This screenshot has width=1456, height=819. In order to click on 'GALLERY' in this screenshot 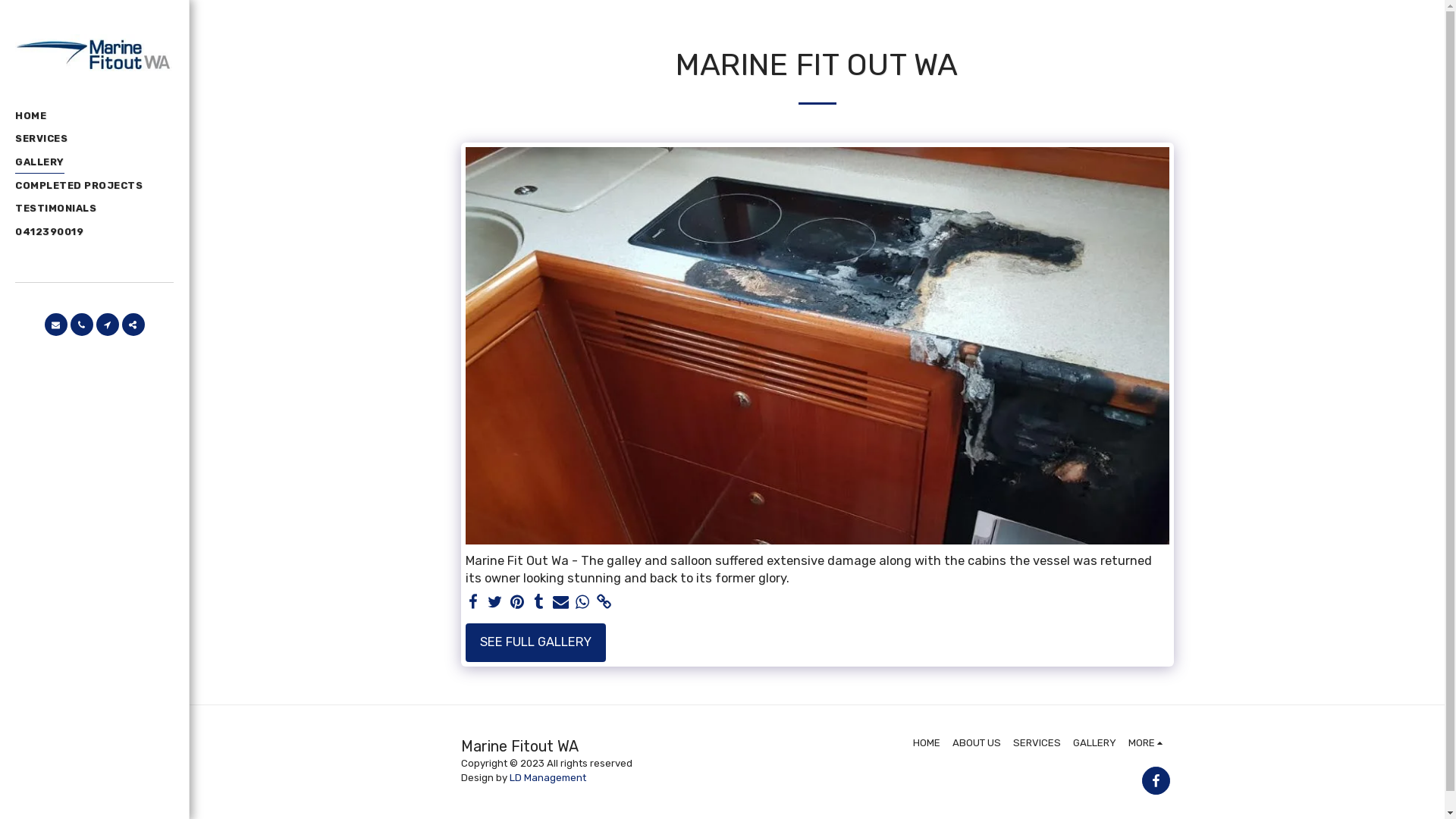, I will do `click(1094, 742)`.